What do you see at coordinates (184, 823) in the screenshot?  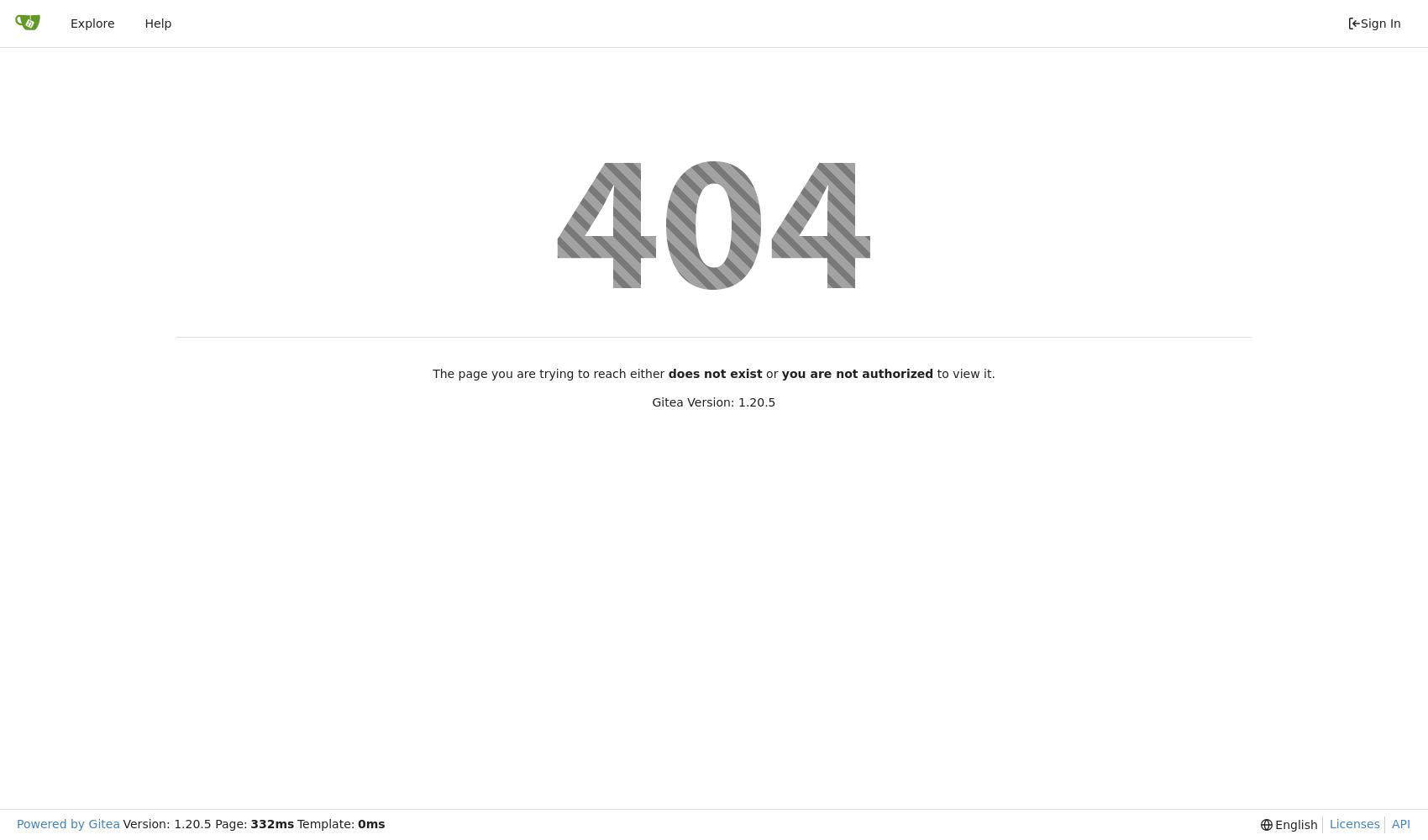 I see `'Version:
			
				1.20.5
			
		
		
			Page:'` at bounding box center [184, 823].